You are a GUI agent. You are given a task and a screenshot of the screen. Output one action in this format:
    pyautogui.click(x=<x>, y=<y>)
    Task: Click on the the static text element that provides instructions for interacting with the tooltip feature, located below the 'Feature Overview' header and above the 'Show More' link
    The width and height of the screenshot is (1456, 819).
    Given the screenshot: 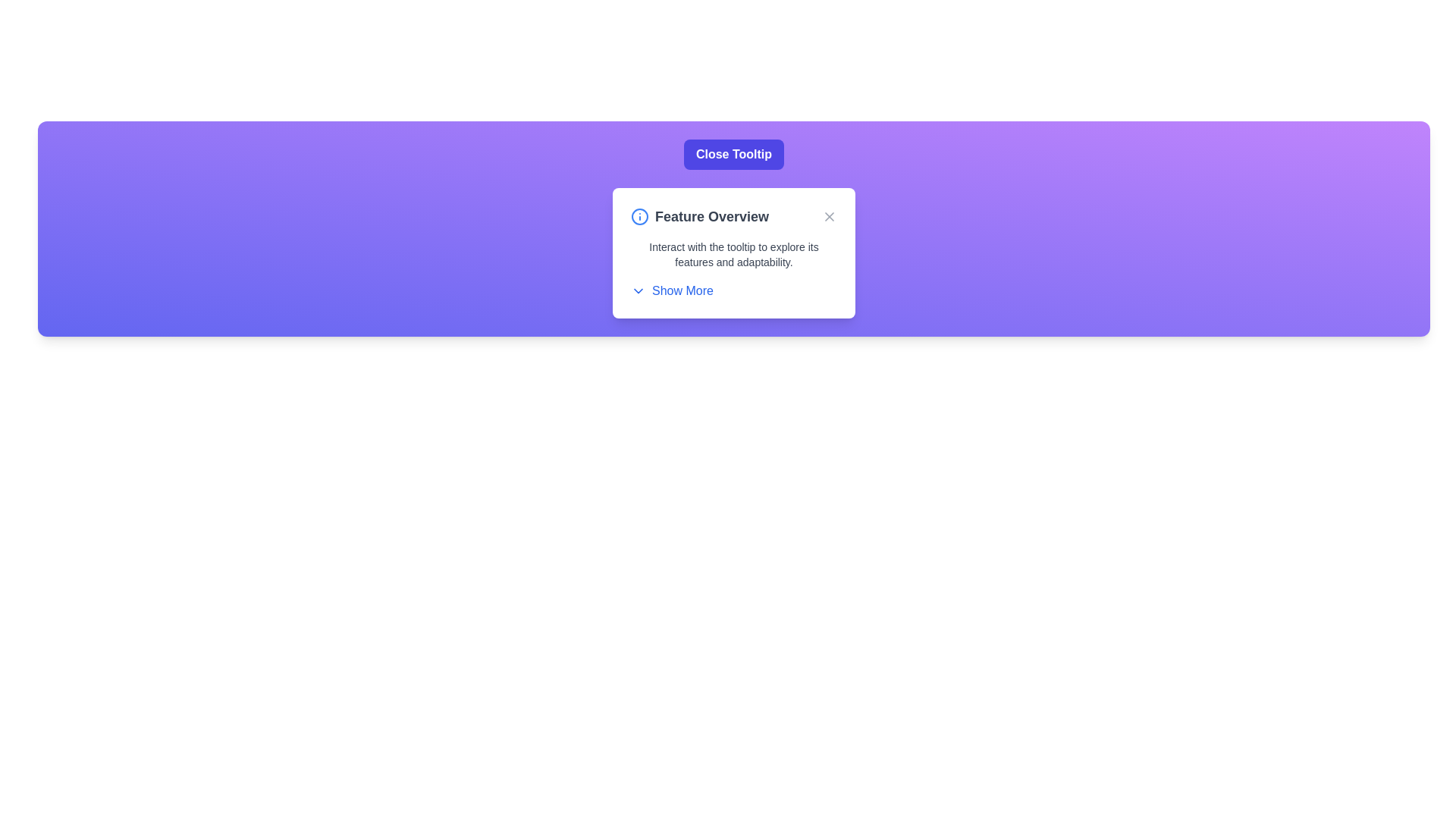 What is the action you would take?
    pyautogui.click(x=734, y=253)
    